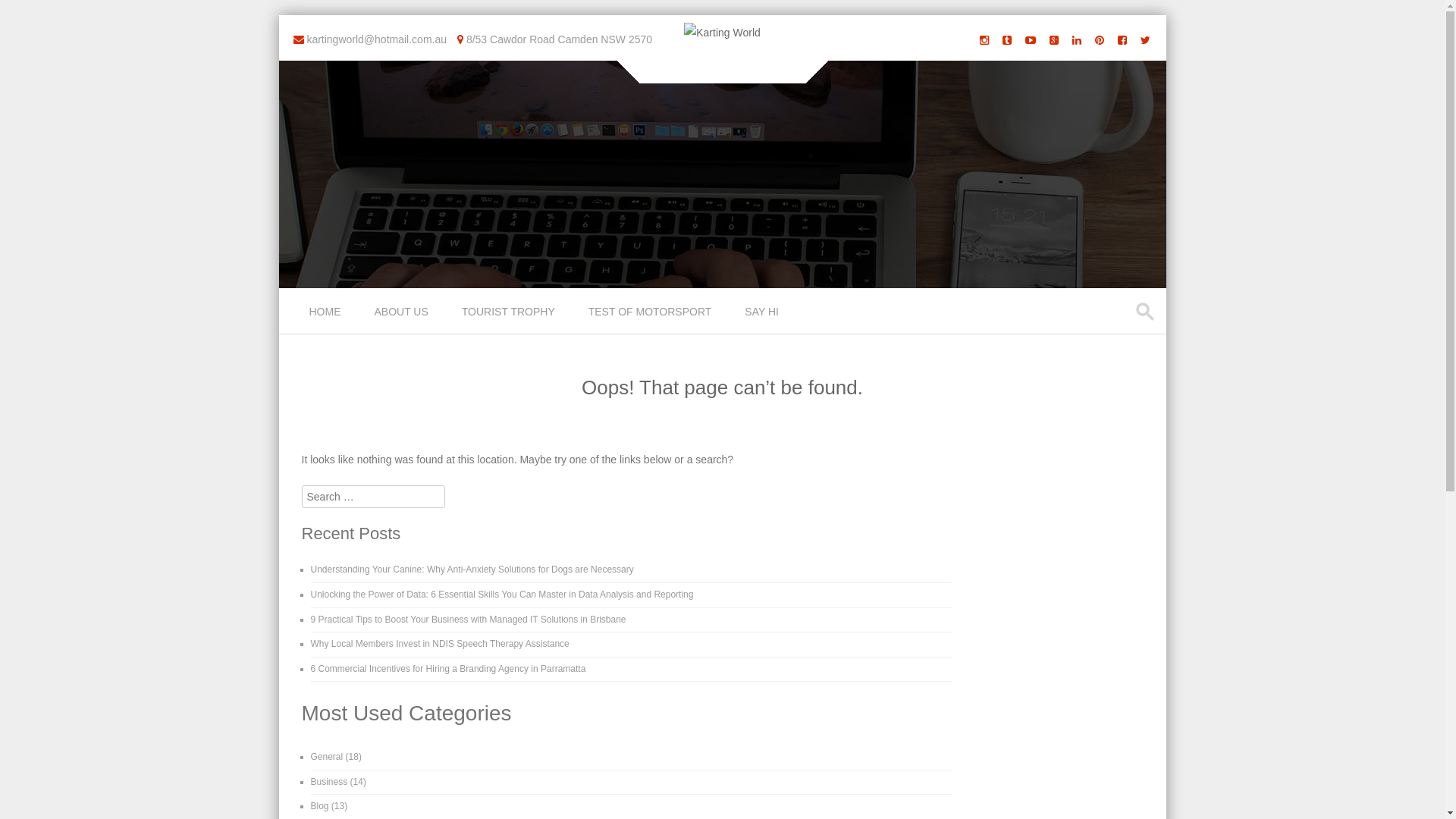 The image size is (1456, 819). What do you see at coordinates (403, 309) in the screenshot?
I see `'ABOUT US'` at bounding box center [403, 309].